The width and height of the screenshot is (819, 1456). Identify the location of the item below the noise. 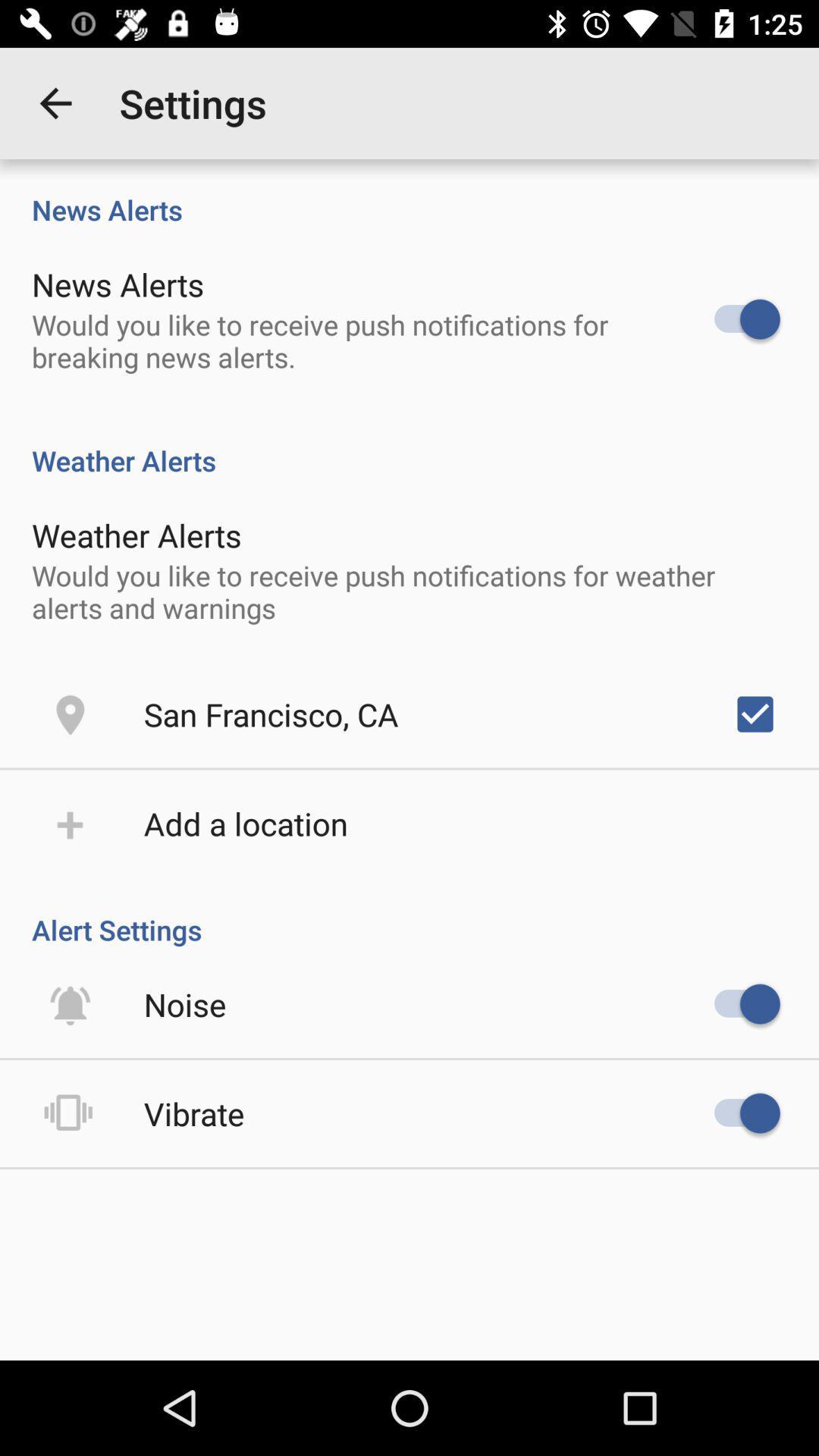
(193, 1113).